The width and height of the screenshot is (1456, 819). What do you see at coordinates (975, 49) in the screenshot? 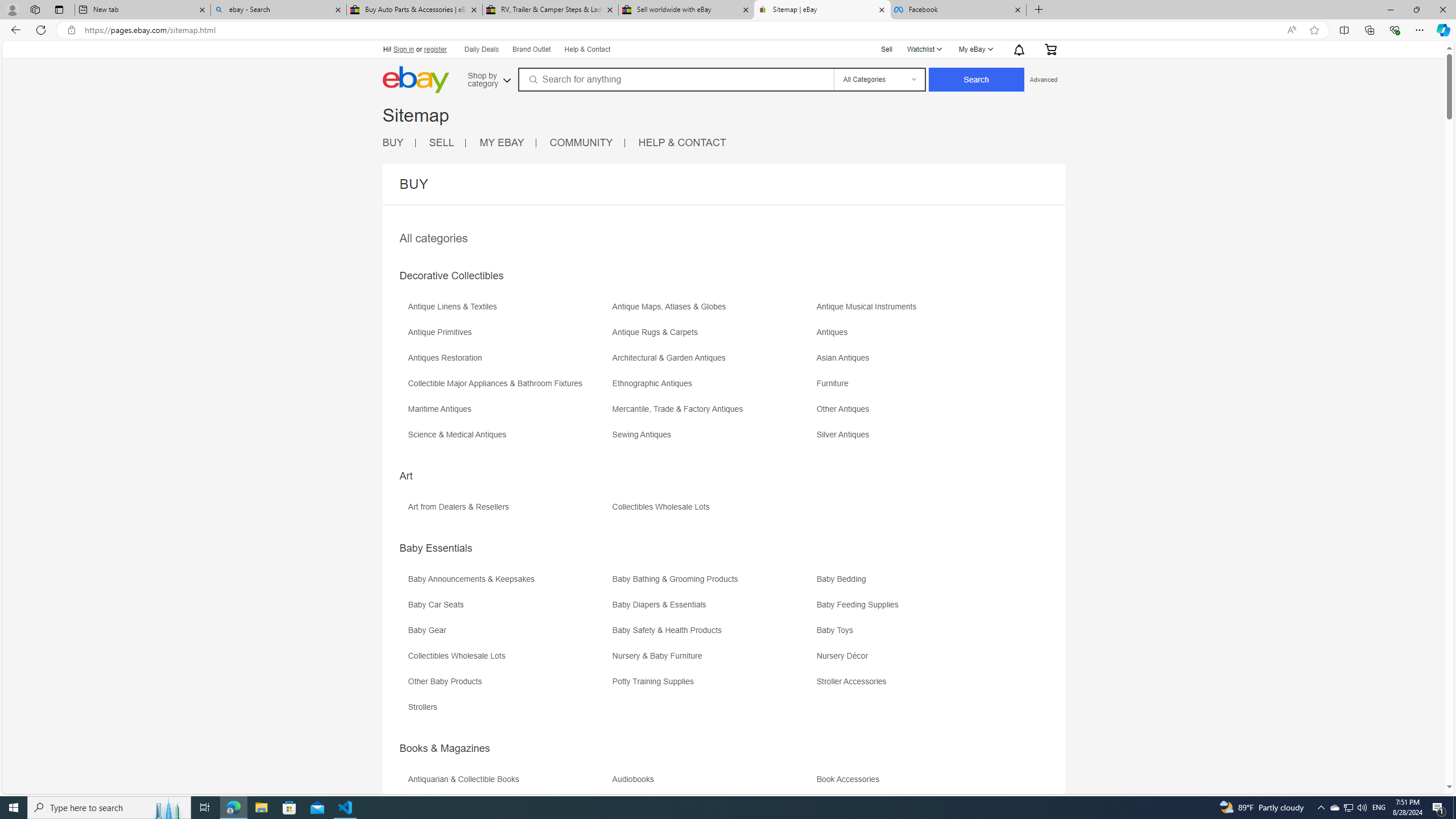
I see `'My eBayExpand My eBay'` at bounding box center [975, 49].